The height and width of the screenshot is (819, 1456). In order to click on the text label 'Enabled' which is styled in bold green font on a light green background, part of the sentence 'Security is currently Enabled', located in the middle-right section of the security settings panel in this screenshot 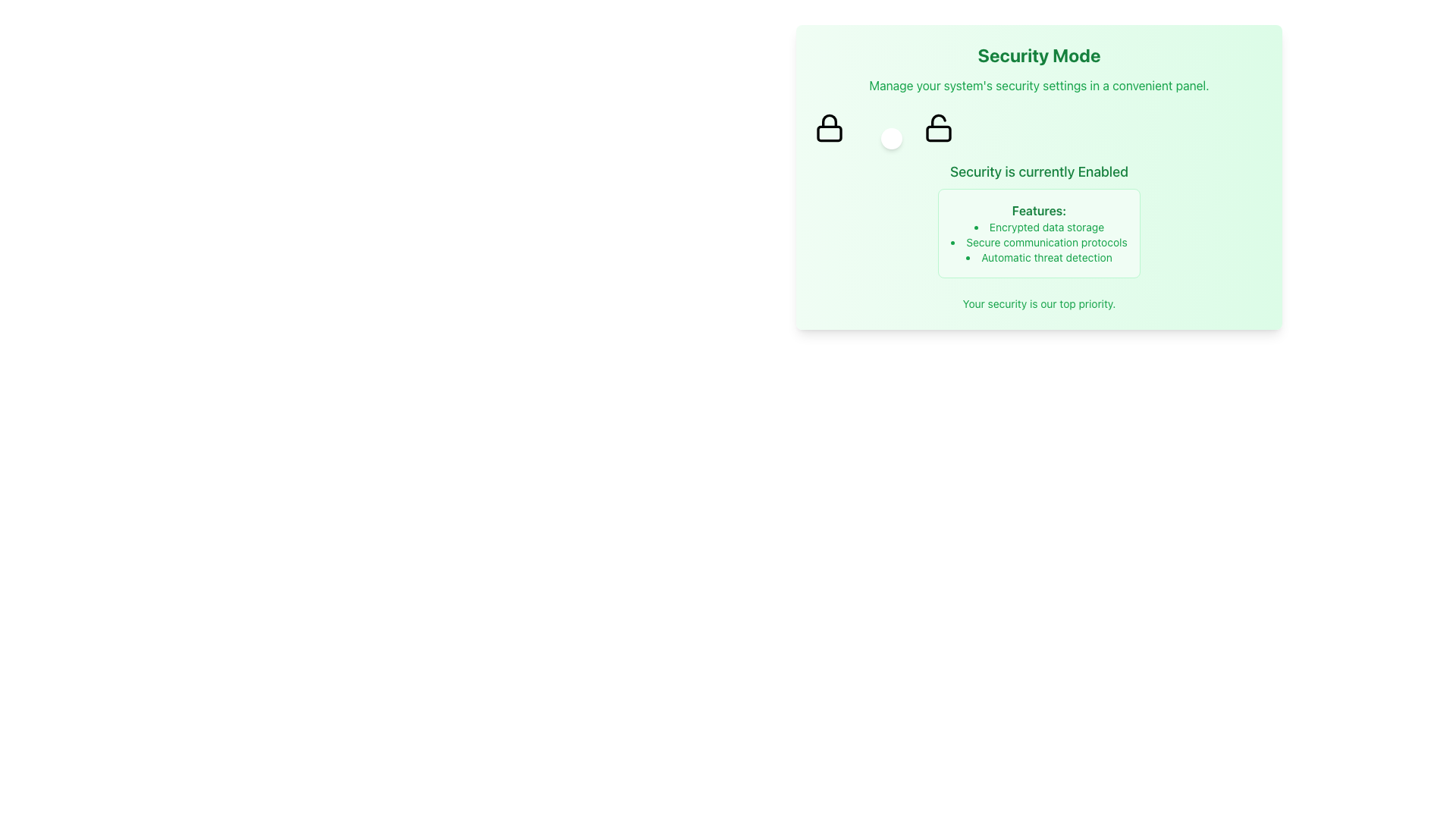, I will do `click(1103, 171)`.